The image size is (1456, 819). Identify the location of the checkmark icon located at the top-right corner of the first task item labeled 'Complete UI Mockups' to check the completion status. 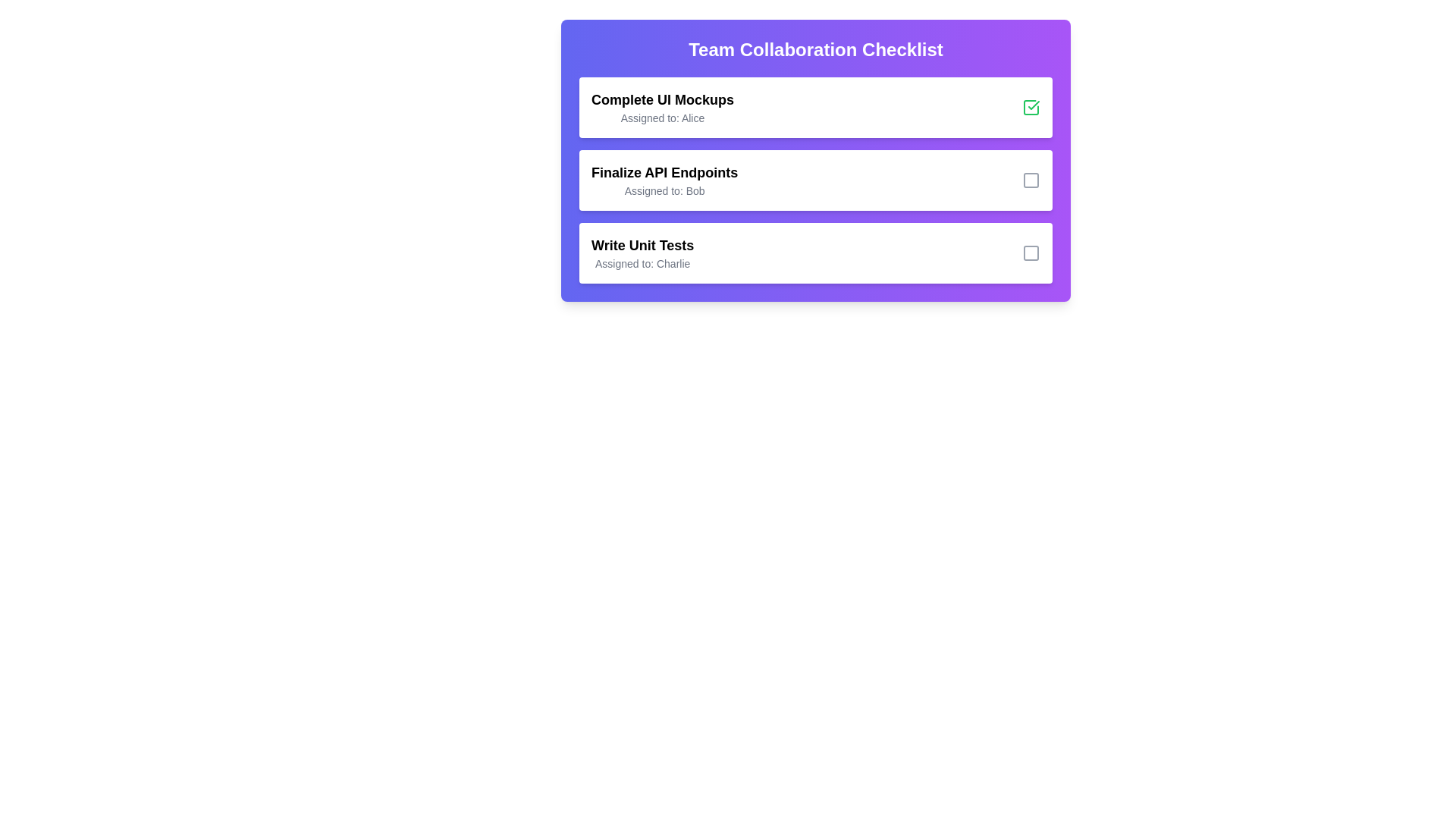
(1033, 104).